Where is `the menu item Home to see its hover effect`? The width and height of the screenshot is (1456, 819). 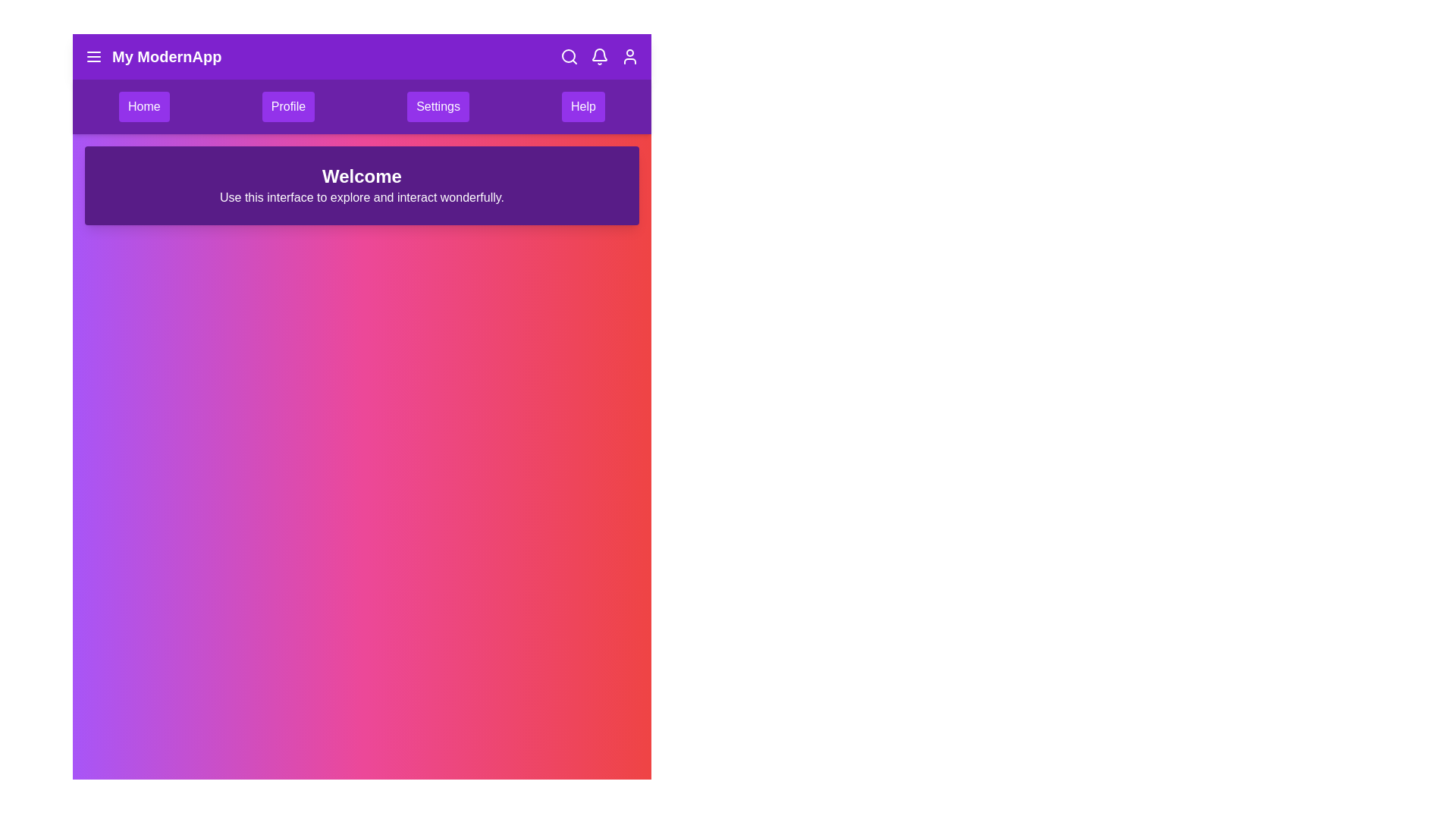 the menu item Home to see its hover effect is located at coordinates (144, 106).